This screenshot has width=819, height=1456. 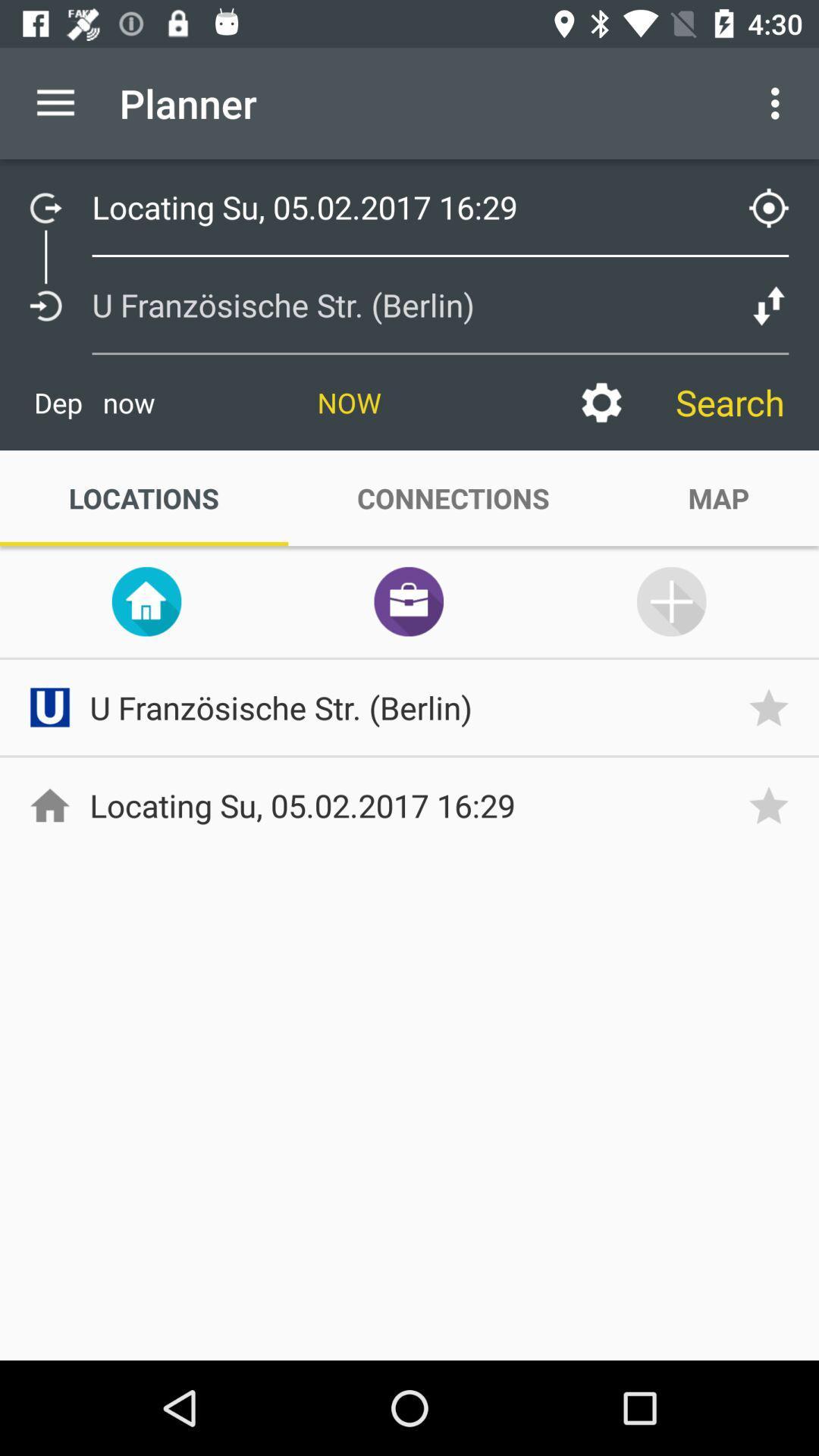 What do you see at coordinates (779, 198) in the screenshot?
I see `the location_crosshair icon` at bounding box center [779, 198].